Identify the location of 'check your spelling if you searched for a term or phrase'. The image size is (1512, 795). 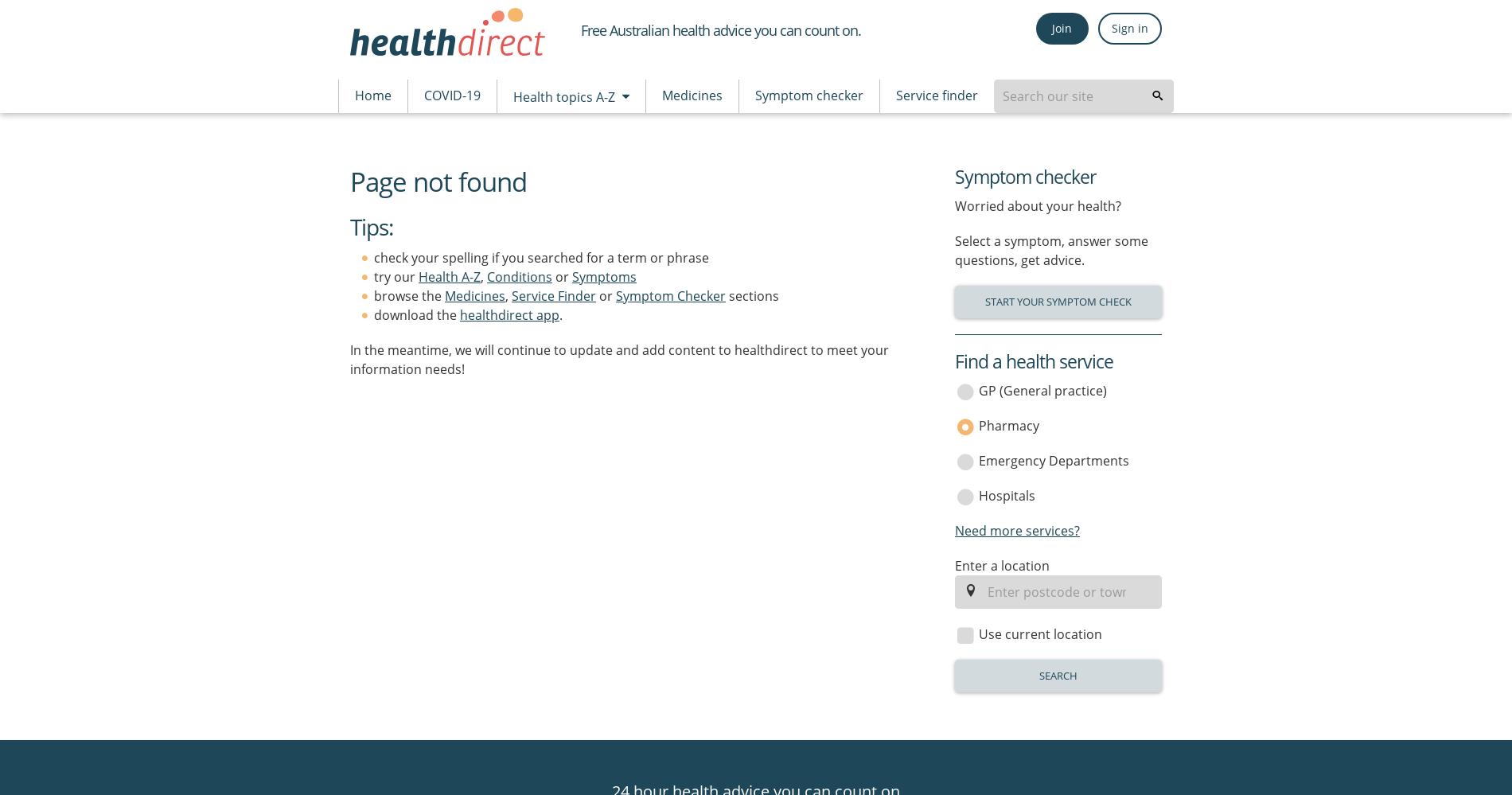
(541, 255).